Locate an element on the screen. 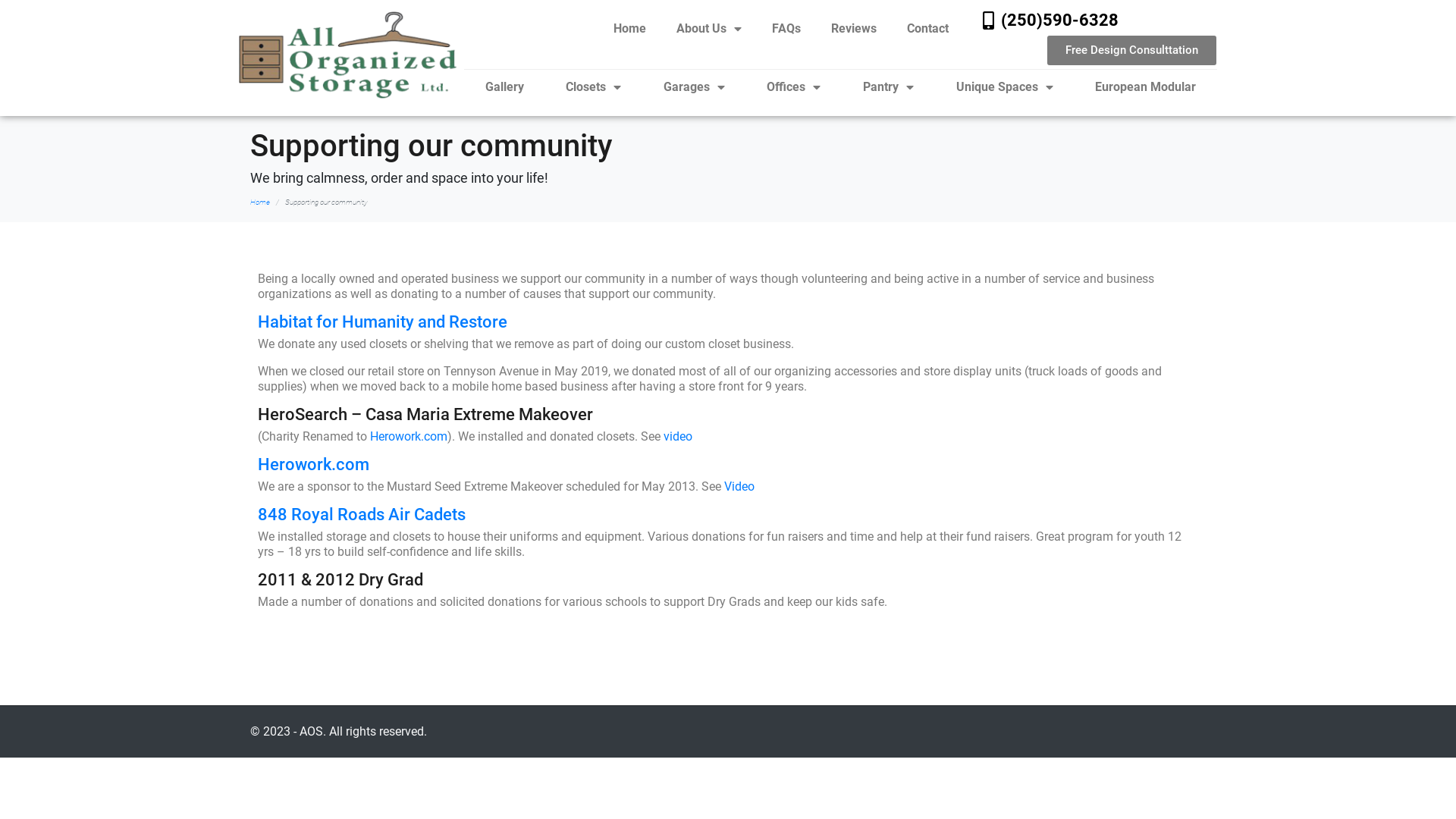  'Garages' is located at coordinates (693, 87).